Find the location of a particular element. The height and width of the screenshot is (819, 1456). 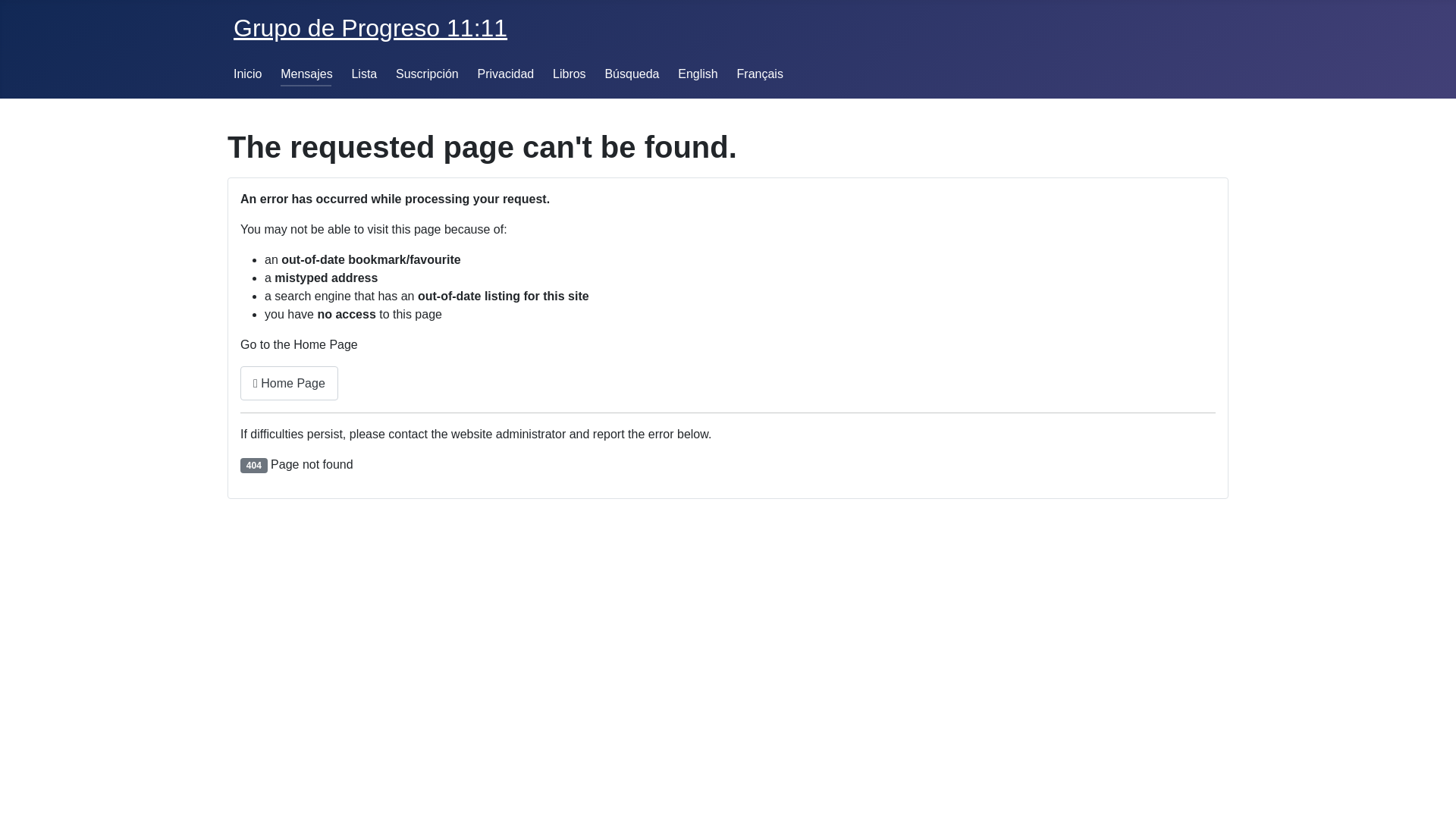

'Home Page' is located at coordinates (289, 382).